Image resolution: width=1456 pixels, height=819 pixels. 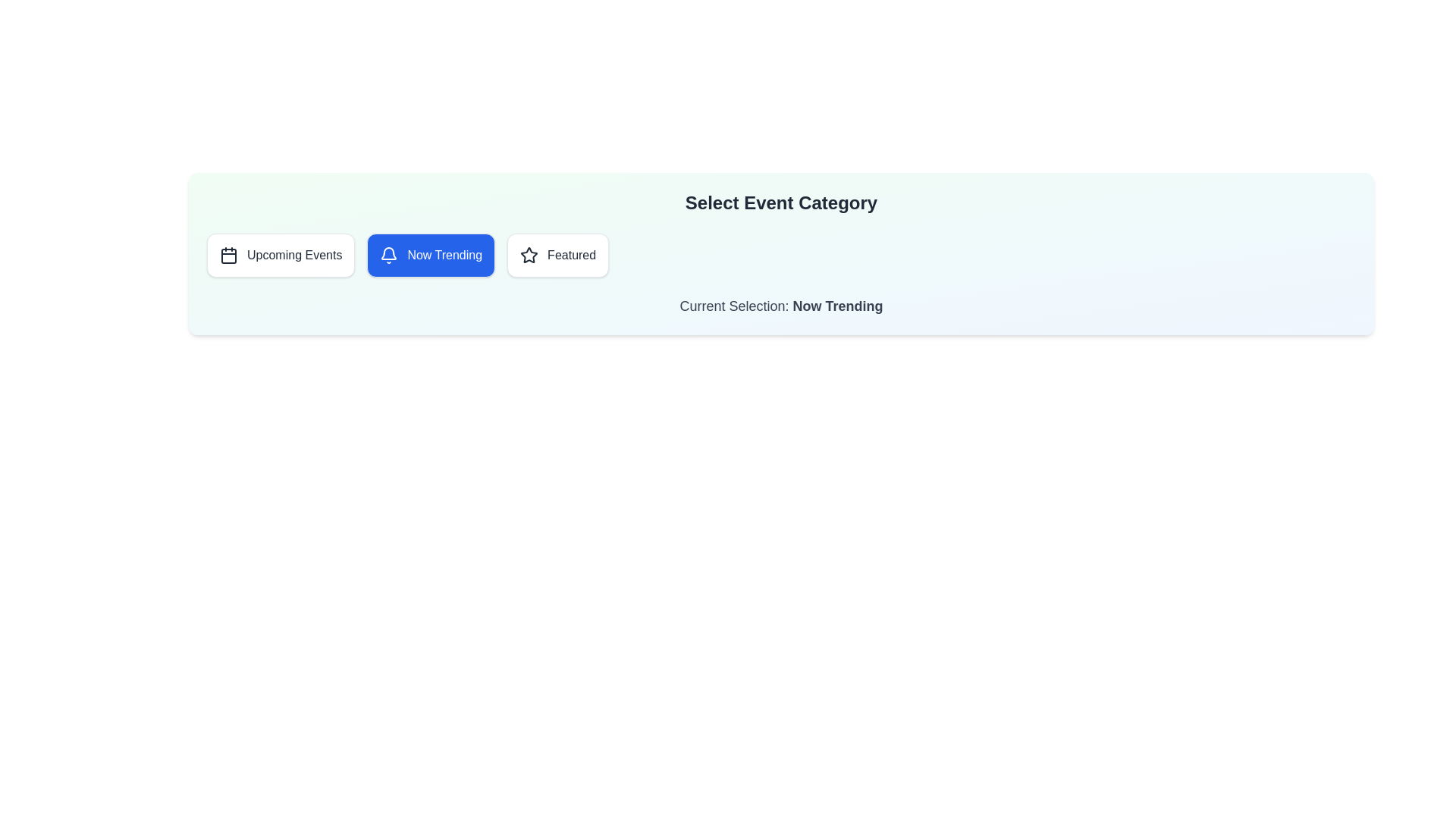 I want to click on the 'Now Trending' text label inside the button, which is styled with bold white text on a blue background and is the center element in a group of three buttons, so click(x=444, y=254).